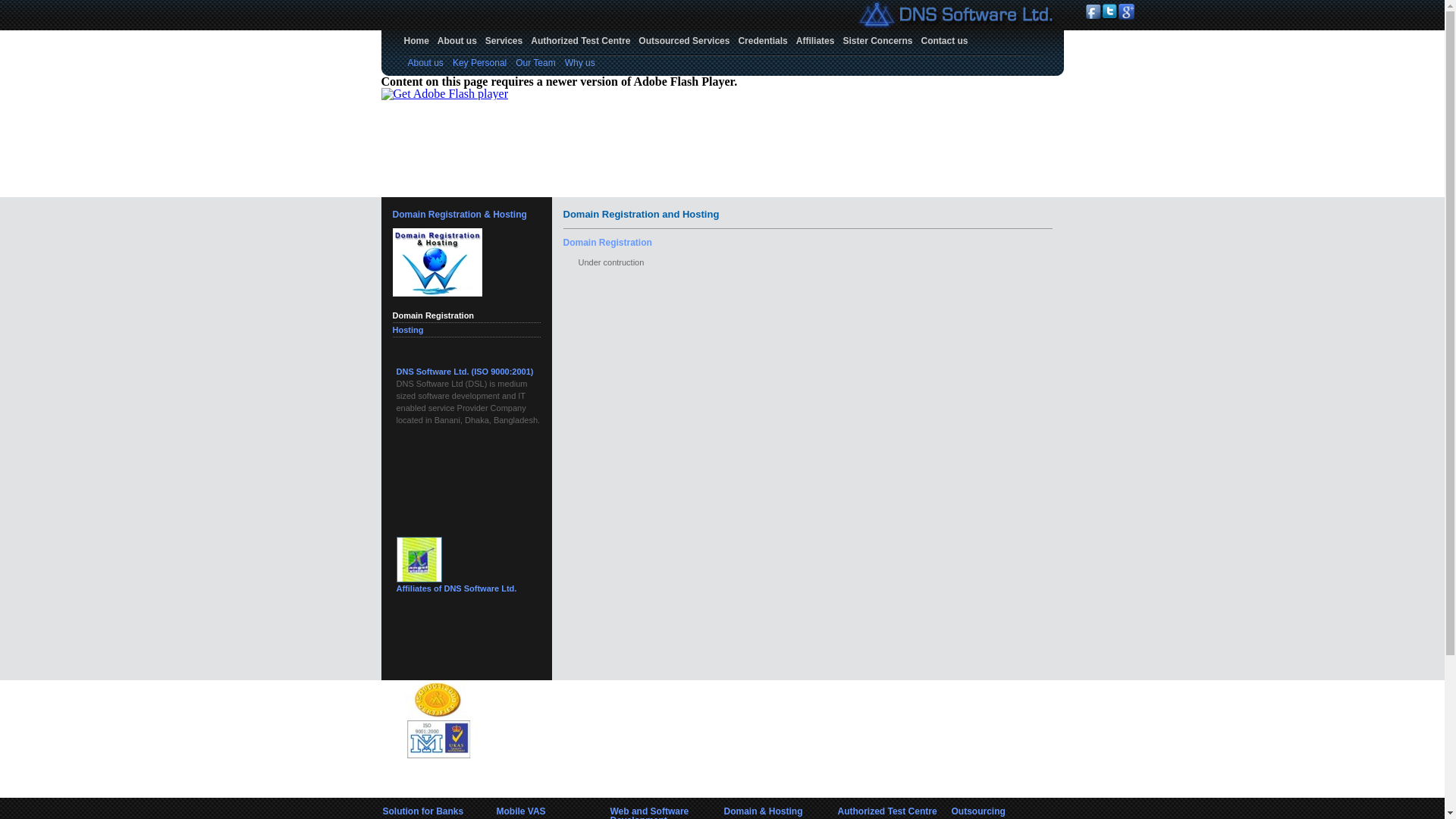 The width and height of the screenshot is (1456, 819). Describe the element at coordinates (579, 40) in the screenshot. I see `'Authorized Test Centre'` at that location.